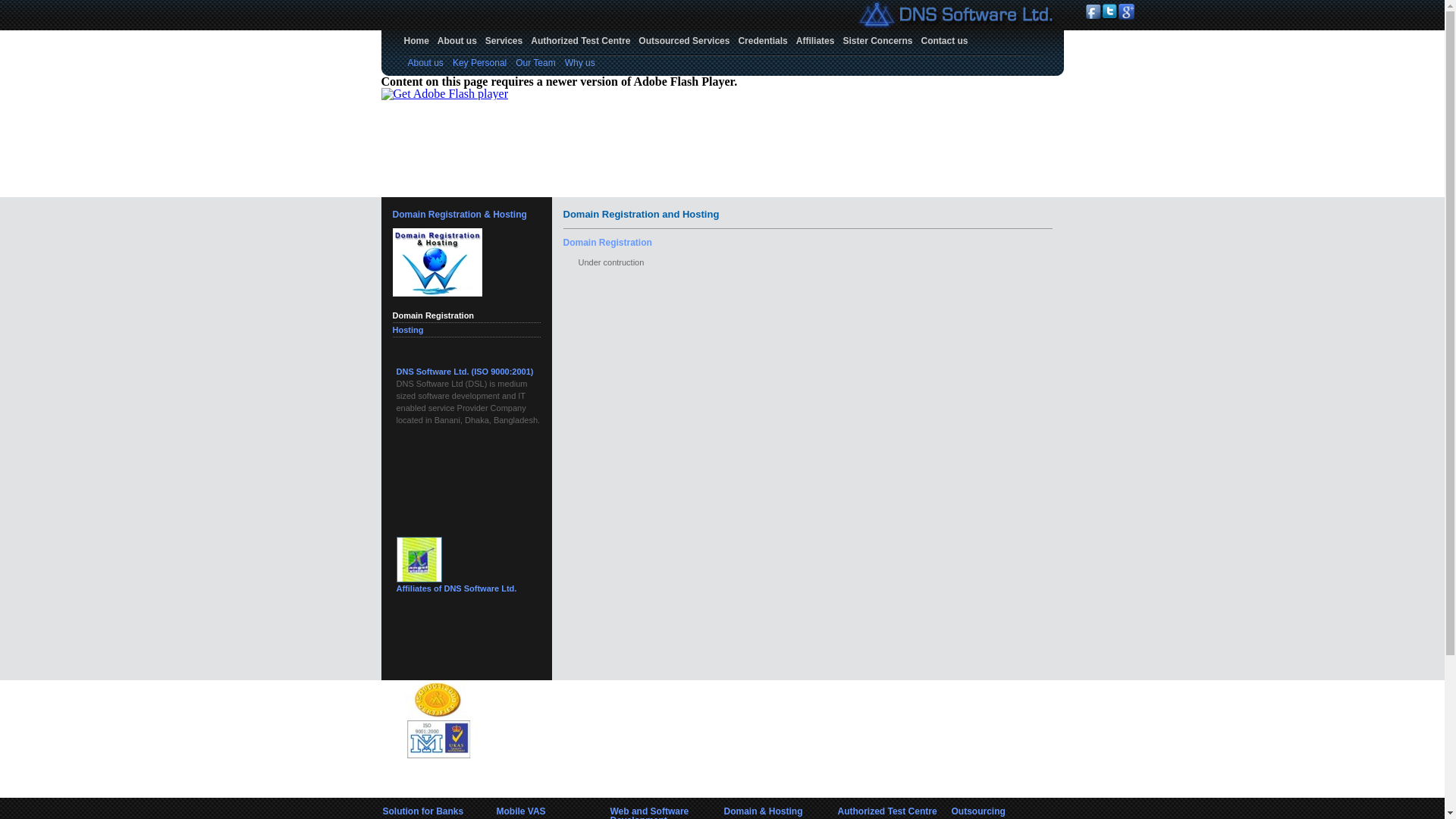 The width and height of the screenshot is (1456, 819). Describe the element at coordinates (579, 40) in the screenshot. I see `'Authorized Test Centre'` at that location.